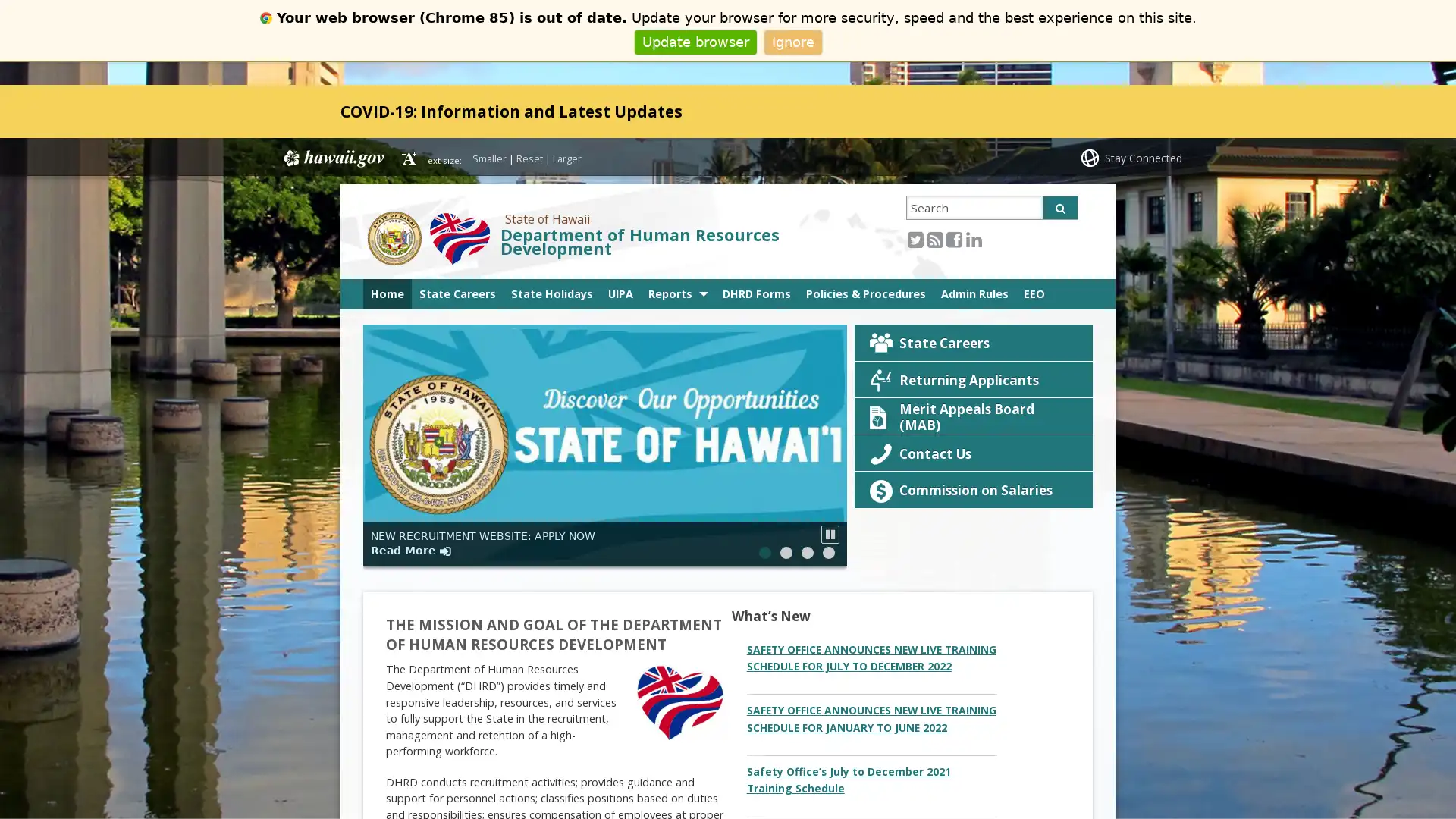 The height and width of the screenshot is (819, 1456). Describe the element at coordinates (1059, 207) in the screenshot. I see `Search` at that location.